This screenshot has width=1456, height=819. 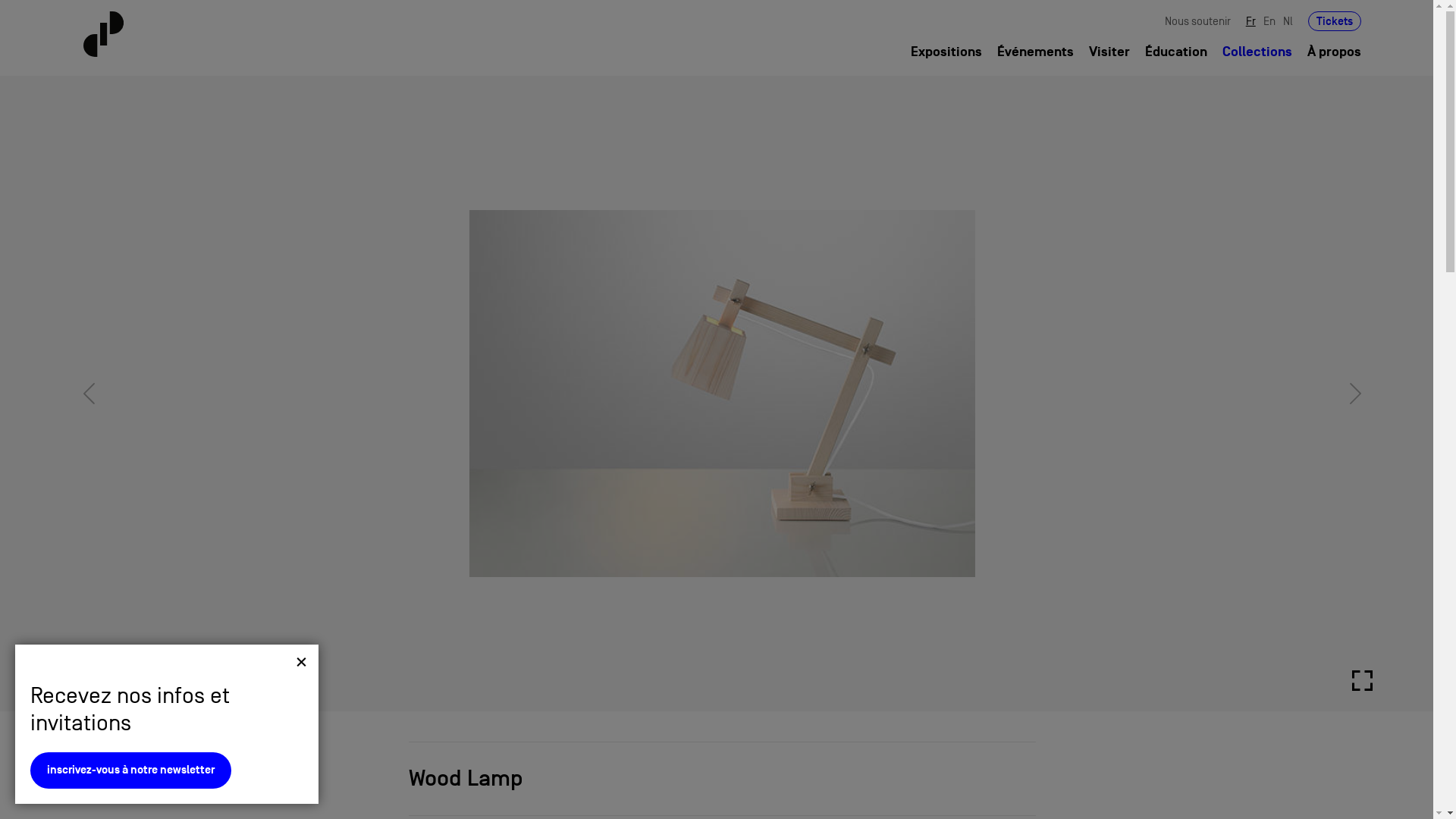 I want to click on 'Back to homepage', so click(x=188, y=34).